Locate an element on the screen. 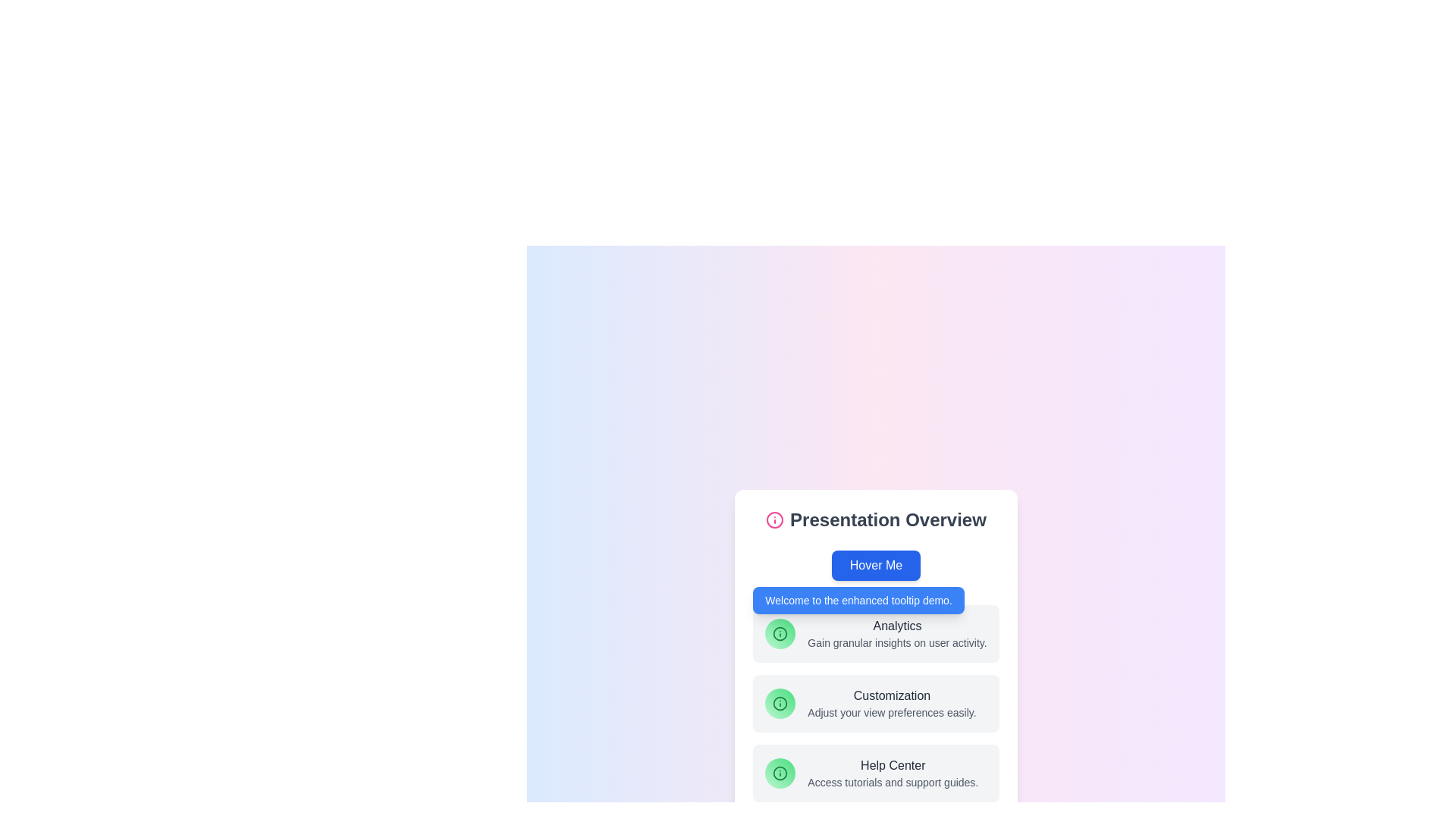 The width and height of the screenshot is (1456, 819). the informational tooltip displayed beneath the 'Hover Me' button is located at coordinates (858, 599).